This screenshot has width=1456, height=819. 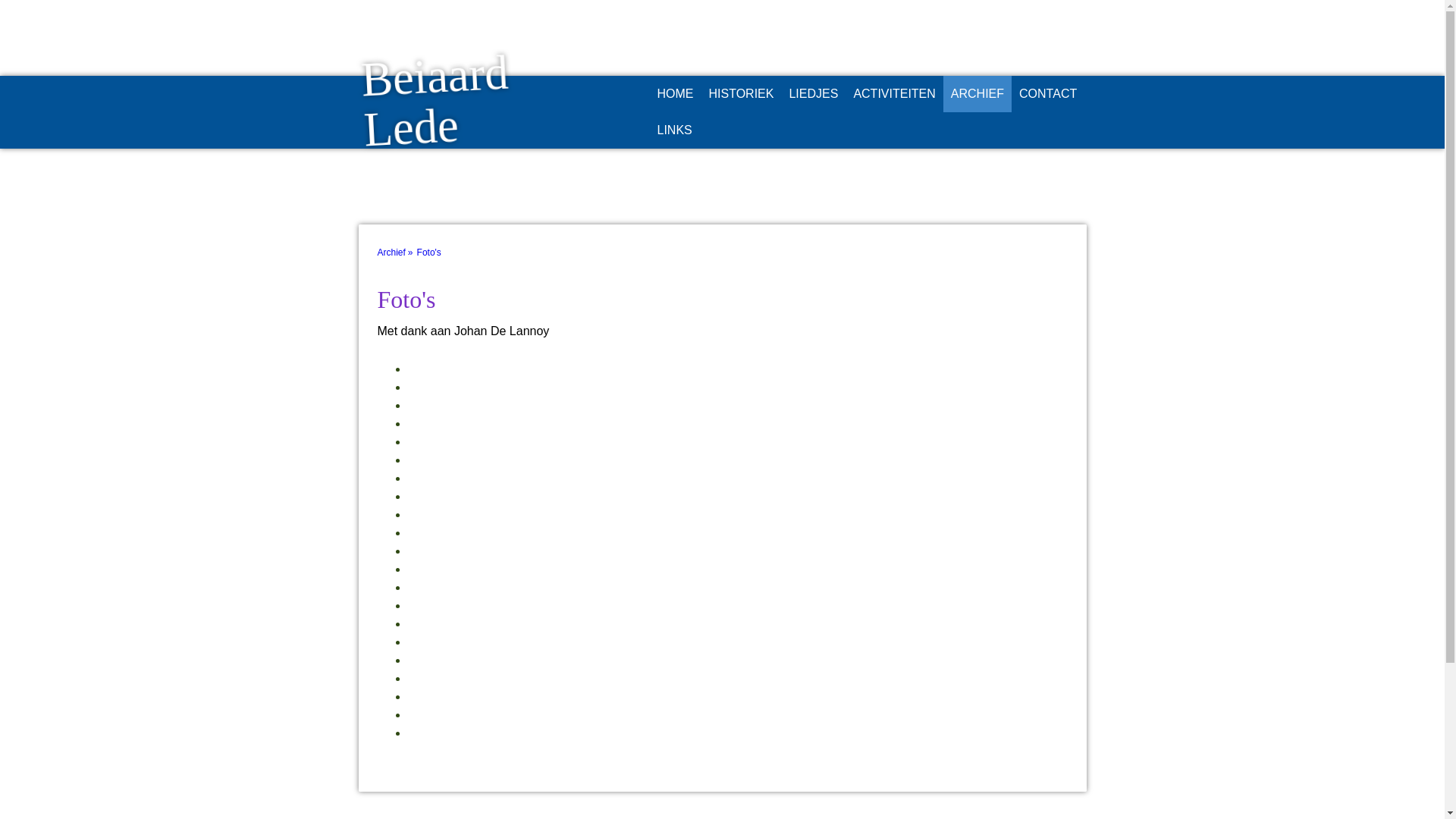 What do you see at coordinates (977, 93) in the screenshot?
I see `'ARCHIEF'` at bounding box center [977, 93].